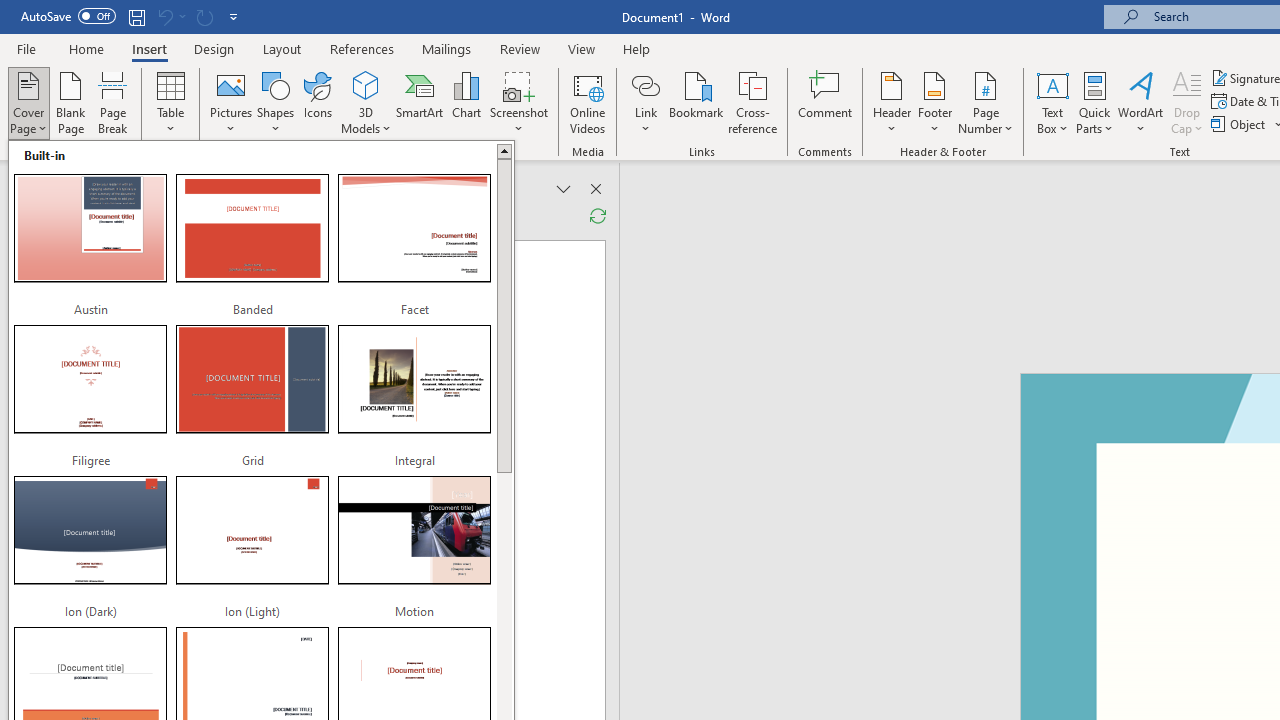  Describe the element at coordinates (825, 103) in the screenshot. I see `'Comment'` at that location.